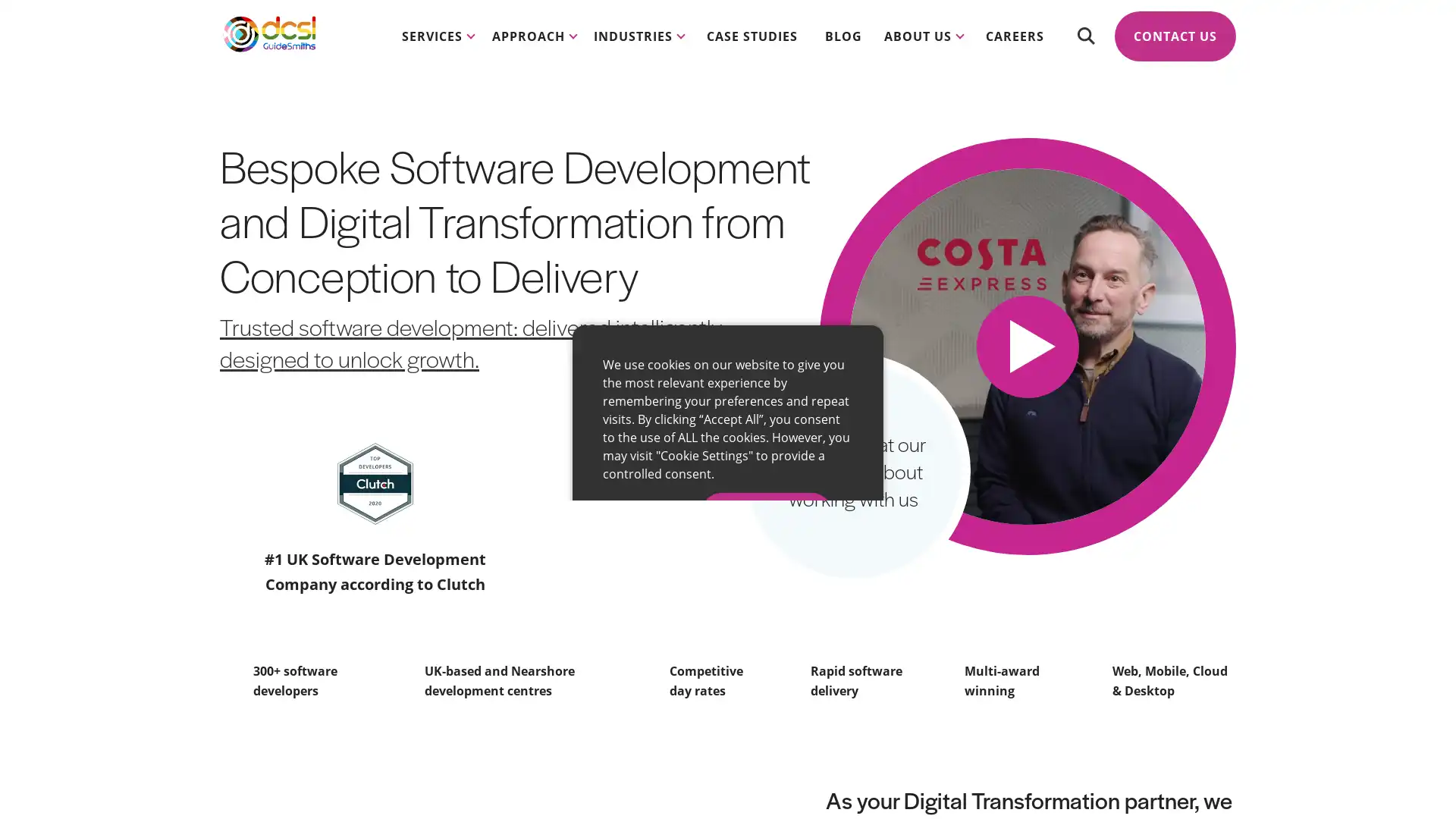  What do you see at coordinates (1084, 45) in the screenshot?
I see `Search` at bounding box center [1084, 45].